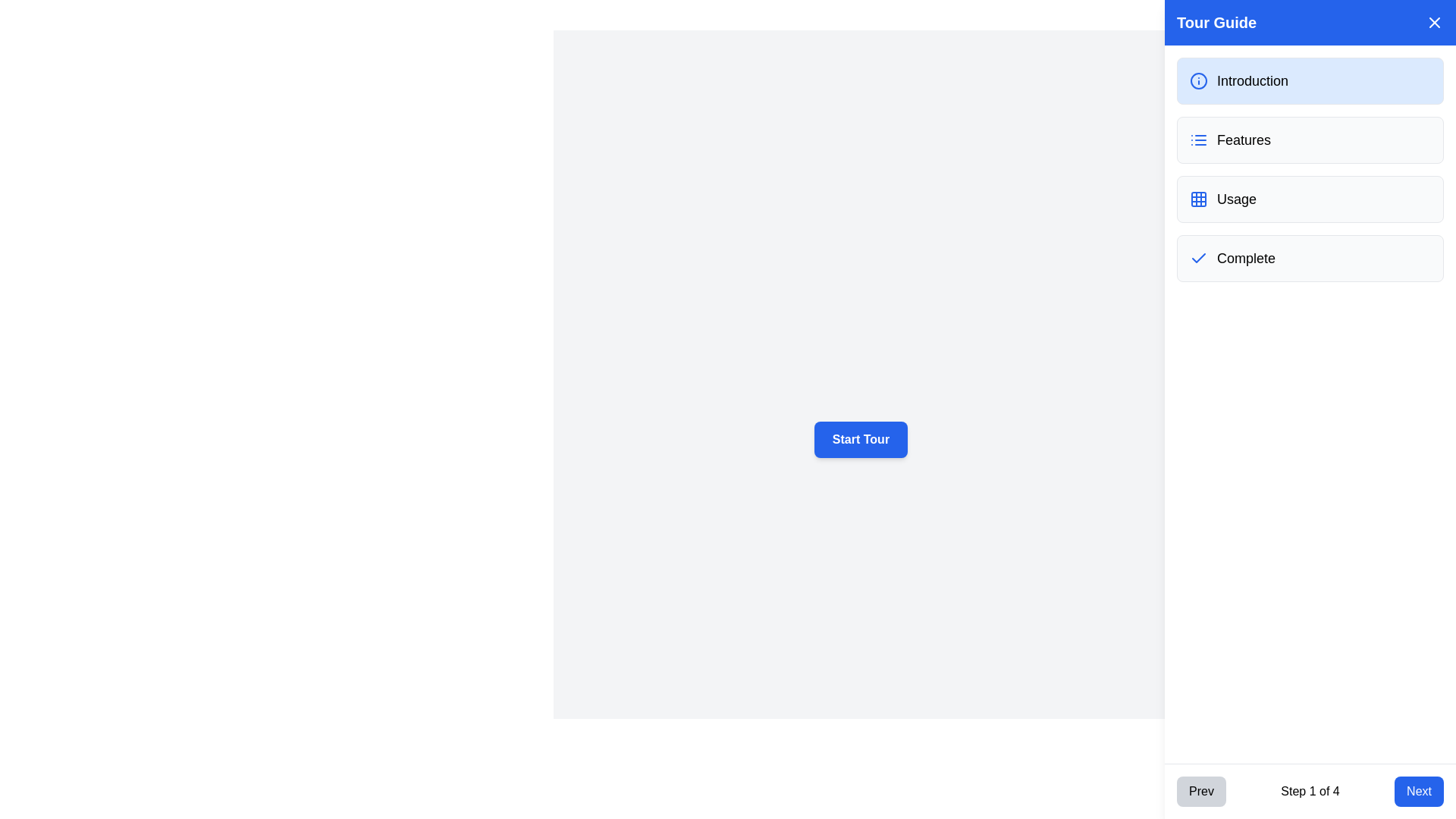 The image size is (1456, 819). What do you see at coordinates (1197, 81) in the screenshot?
I see `the circular emblem icon that represents the information button next to the 'Introduction' text in the 'Tour Guide' menu column` at bounding box center [1197, 81].